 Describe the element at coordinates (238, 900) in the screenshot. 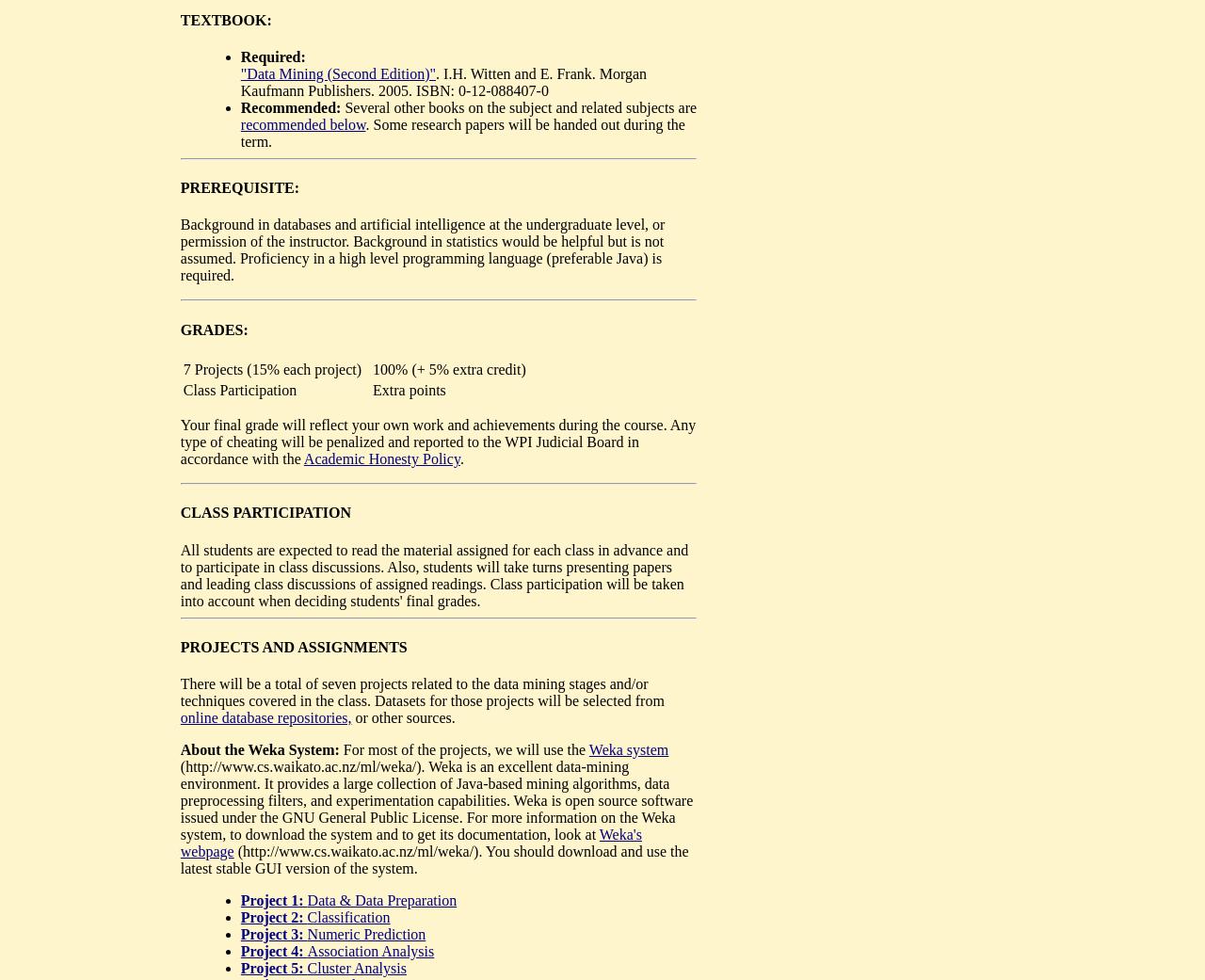

I see `'Project 1:'` at that location.